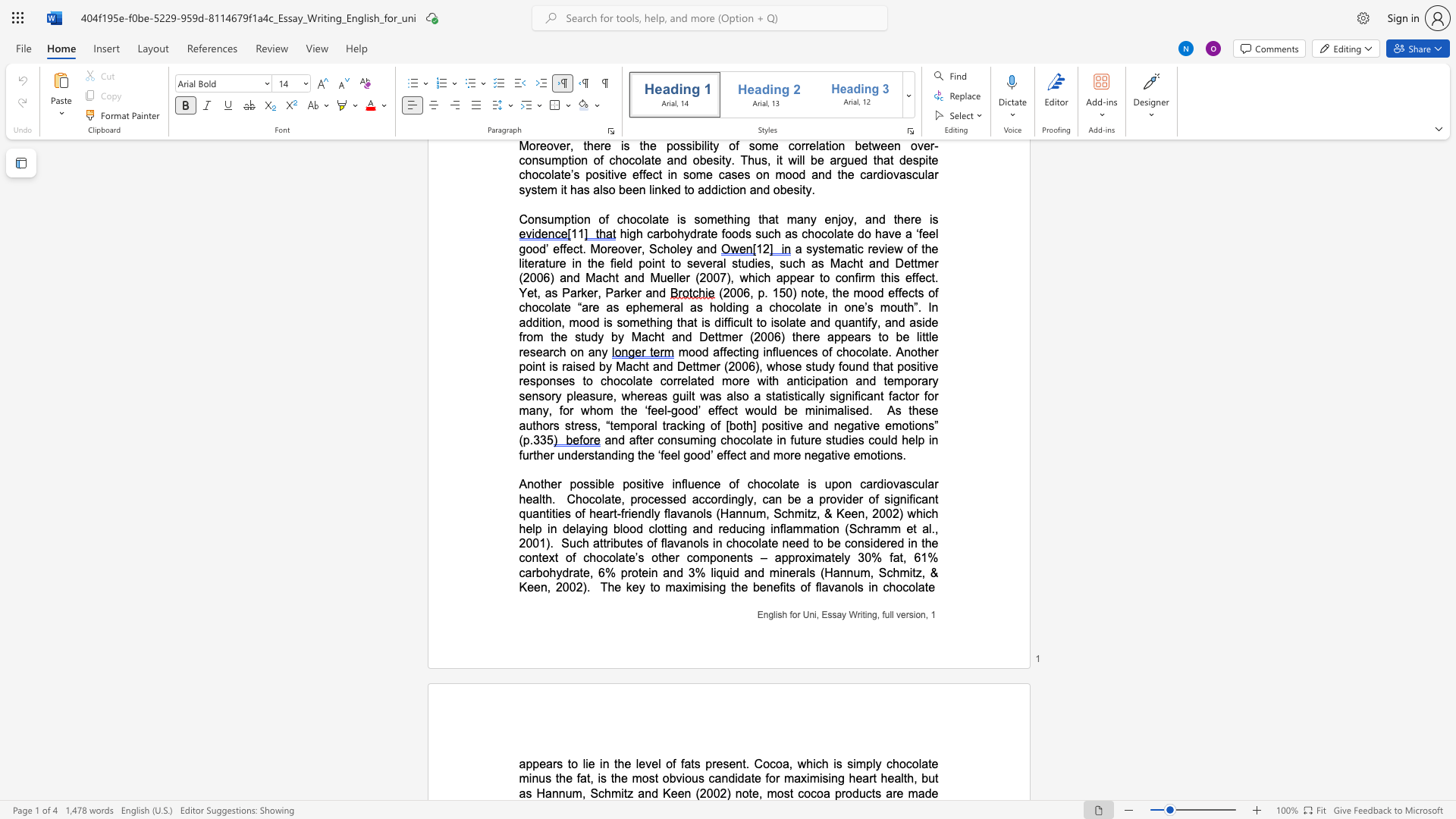 This screenshot has width=1456, height=819. I want to click on the subset text "te is upon cardiov" within the text "Another possible positive influence of chocolate is upon cardiovascular health", so click(789, 484).